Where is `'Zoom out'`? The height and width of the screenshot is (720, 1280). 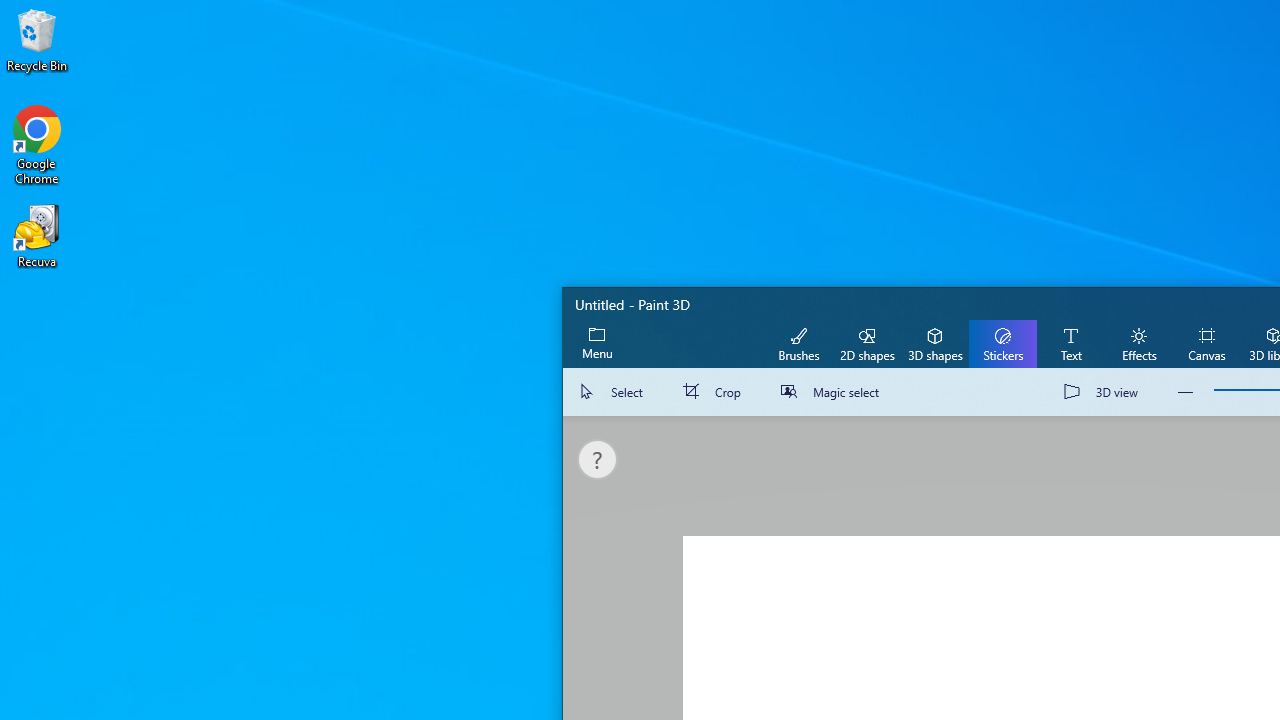
'Zoom out' is located at coordinates (1185, 392).